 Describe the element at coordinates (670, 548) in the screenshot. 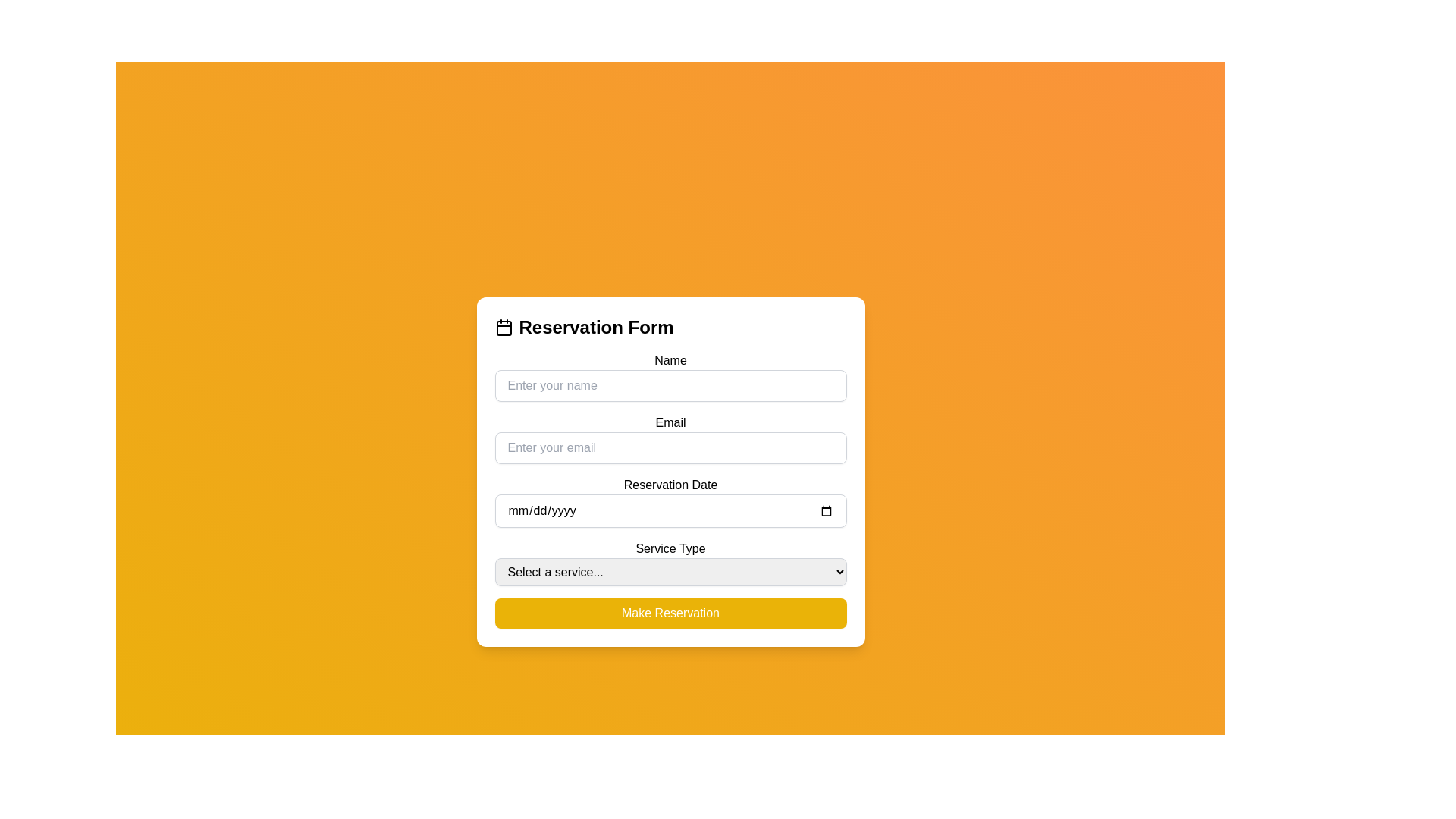

I see `the third label in the form that indicates the purpose of the dropdown menu for selecting a specific service type, located above the dropdown labeled 'Select a service...'` at that location.